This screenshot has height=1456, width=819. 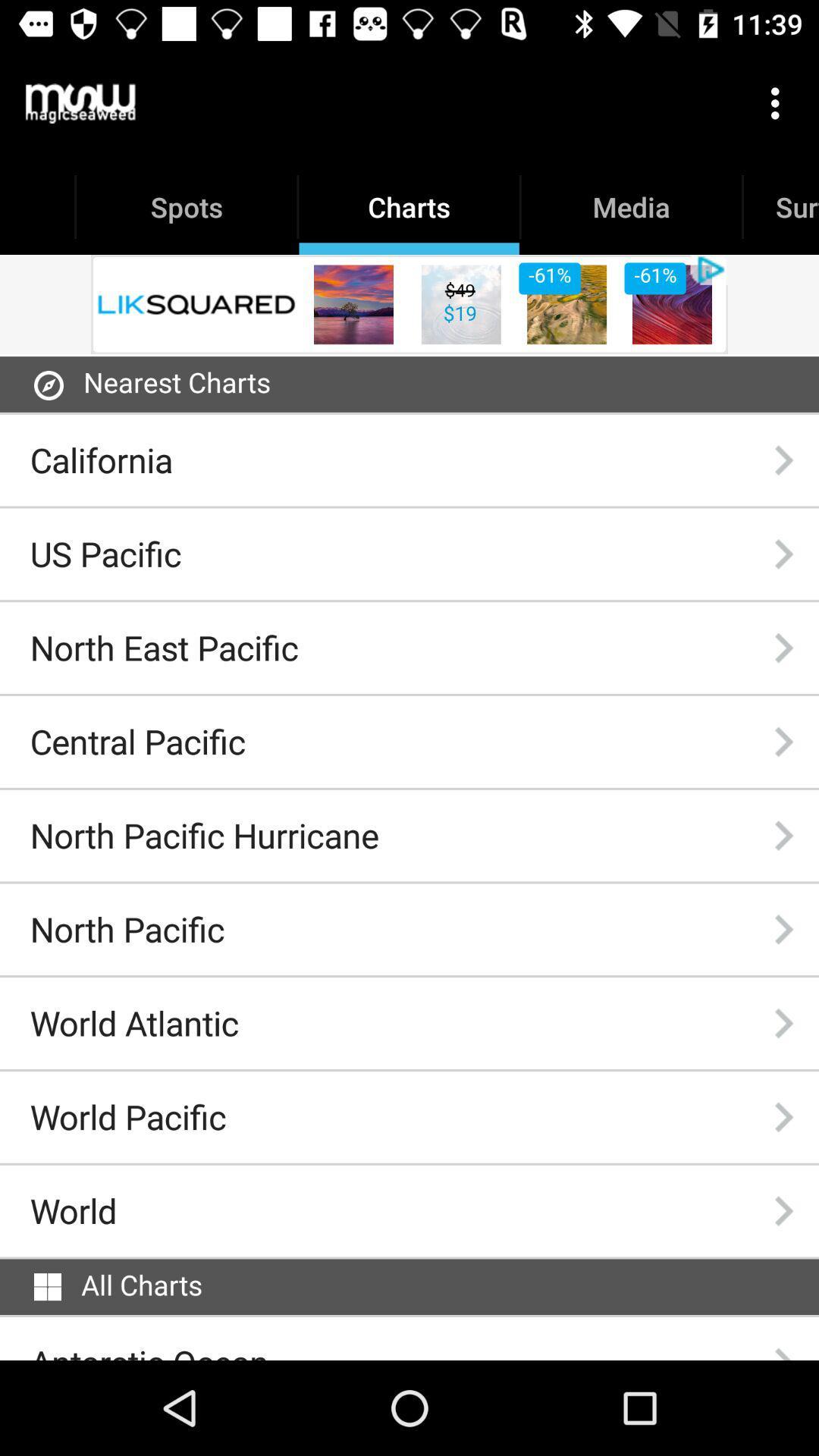 What do you see at coordinates (48, 385) in the screenshot?
I see `item to the left of nearest charts` at bounding box center [48, 385].